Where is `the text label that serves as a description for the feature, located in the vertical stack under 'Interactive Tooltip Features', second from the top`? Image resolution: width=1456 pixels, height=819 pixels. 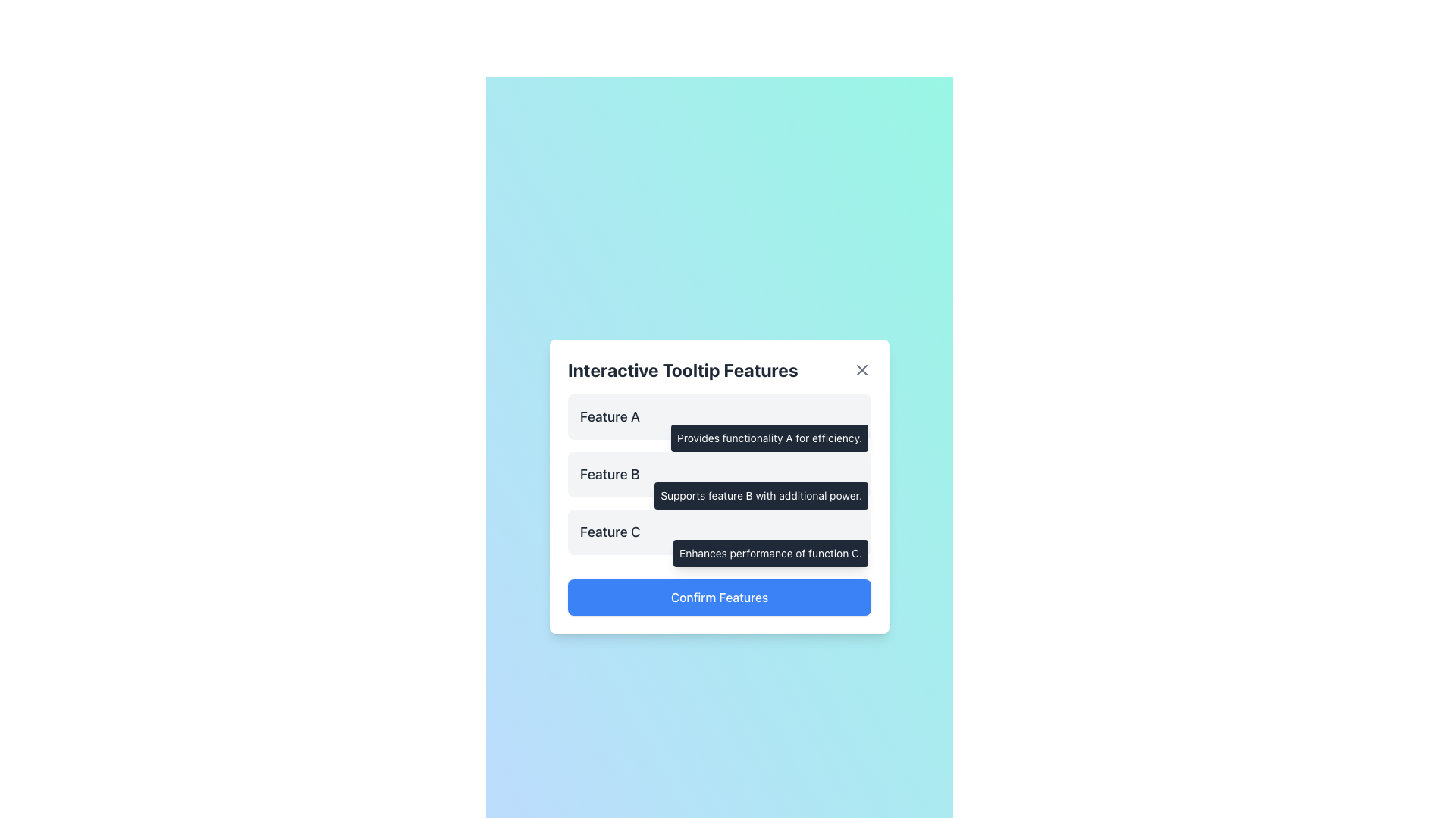
the text label that serves as a description for the feature, located in the vertical stack under 'Interactive Tooltip Features', second from the top is located at coordinates (610, 473).